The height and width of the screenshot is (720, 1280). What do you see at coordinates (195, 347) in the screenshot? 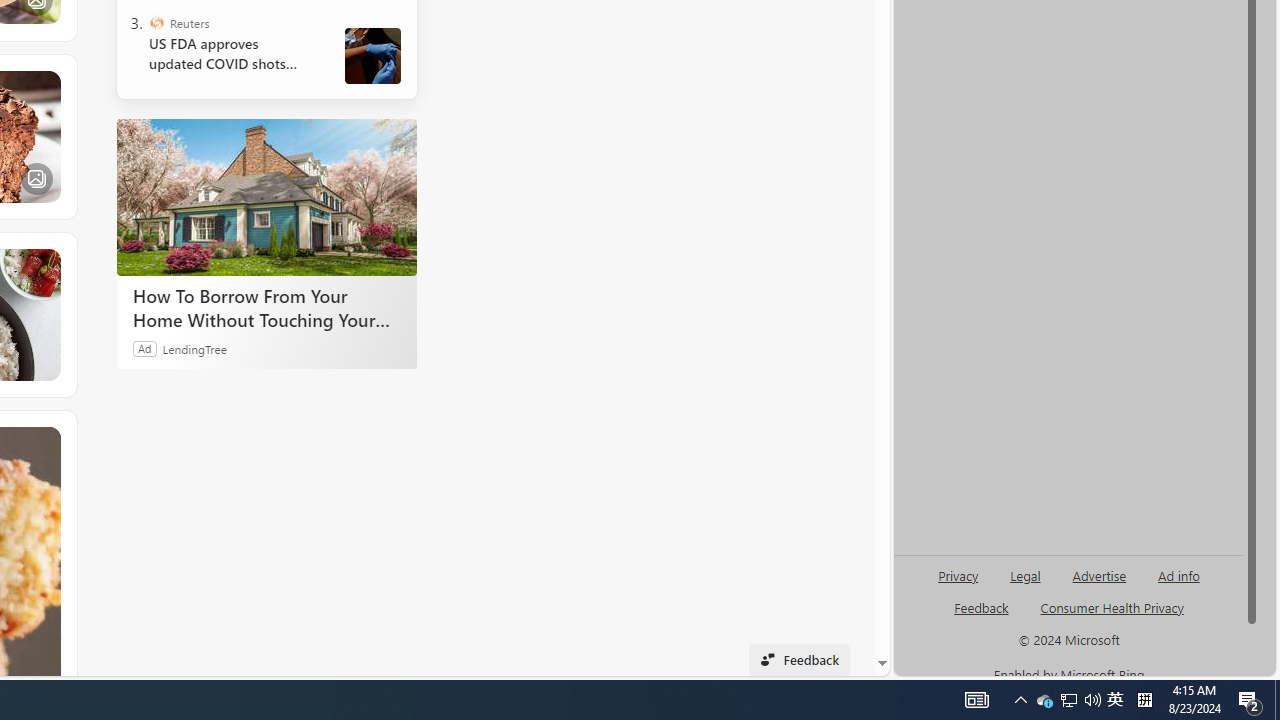
I see `'LendingTree'` at bounding box center [195, 347].